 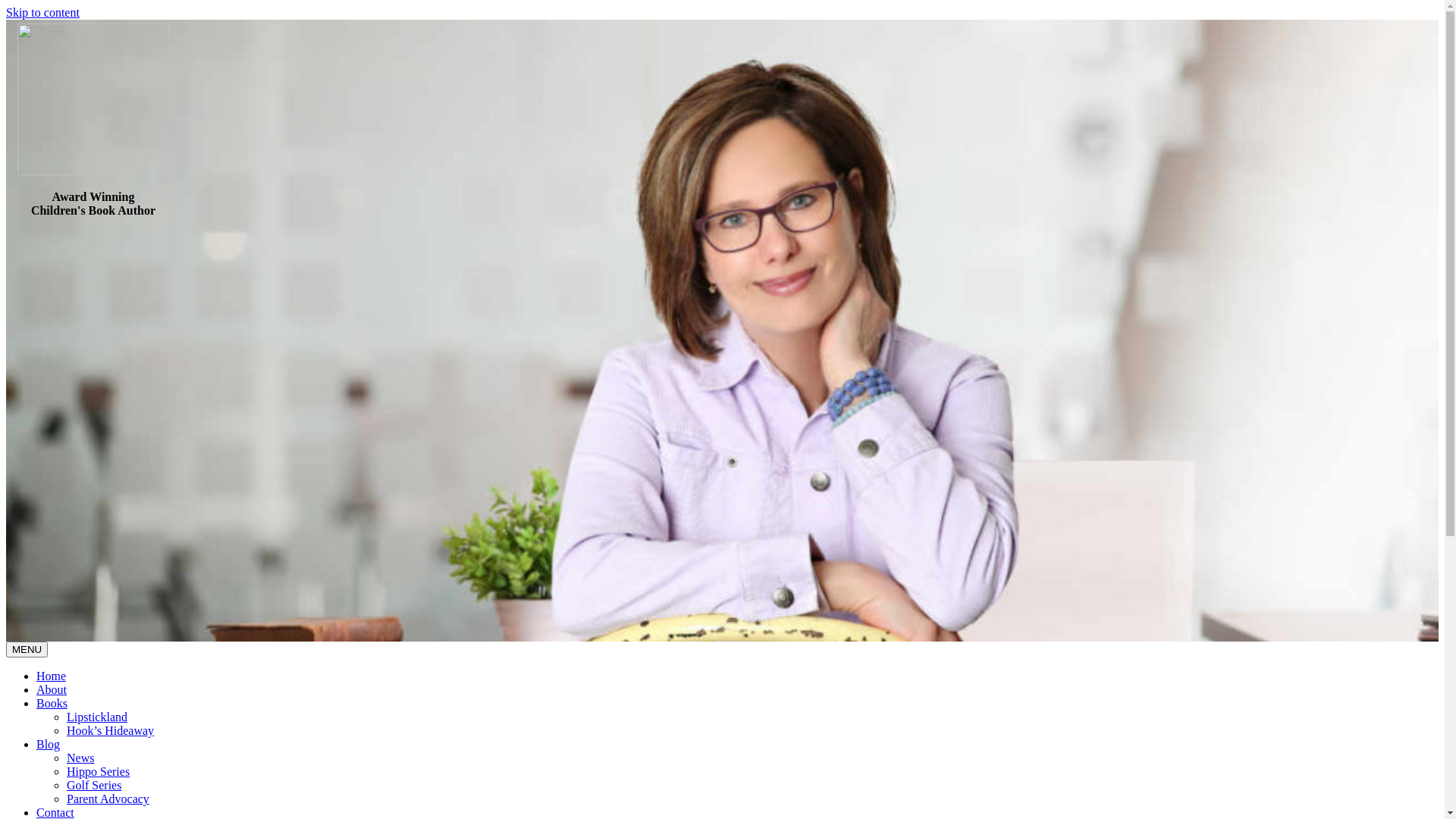 What do you see at coordinates (93, 785) in the screenshot?
I see `'Golf Series'` at bounding box center [93, 785].